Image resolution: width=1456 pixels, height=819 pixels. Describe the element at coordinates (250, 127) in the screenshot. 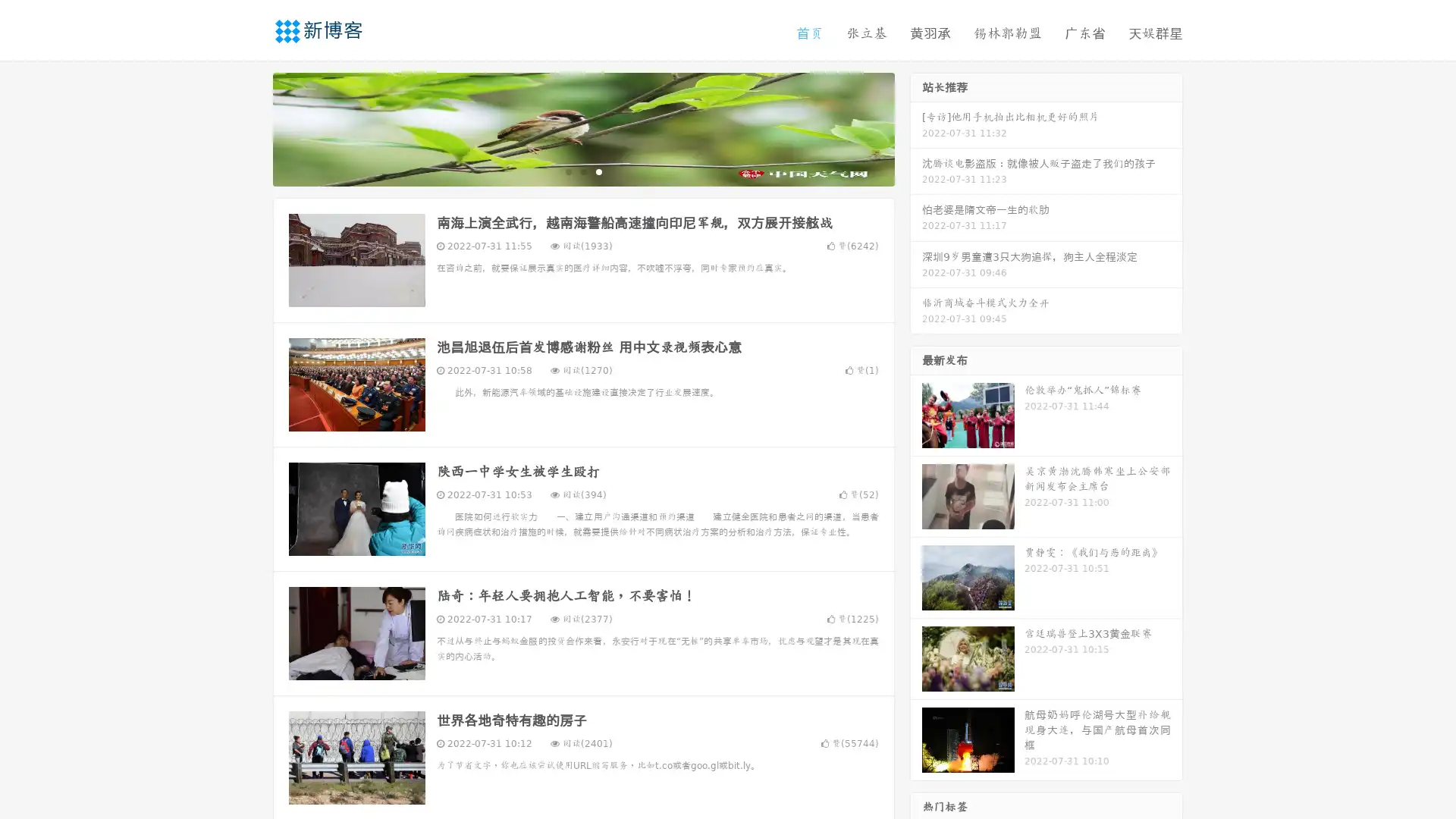

I see `Previous slide` at that location.